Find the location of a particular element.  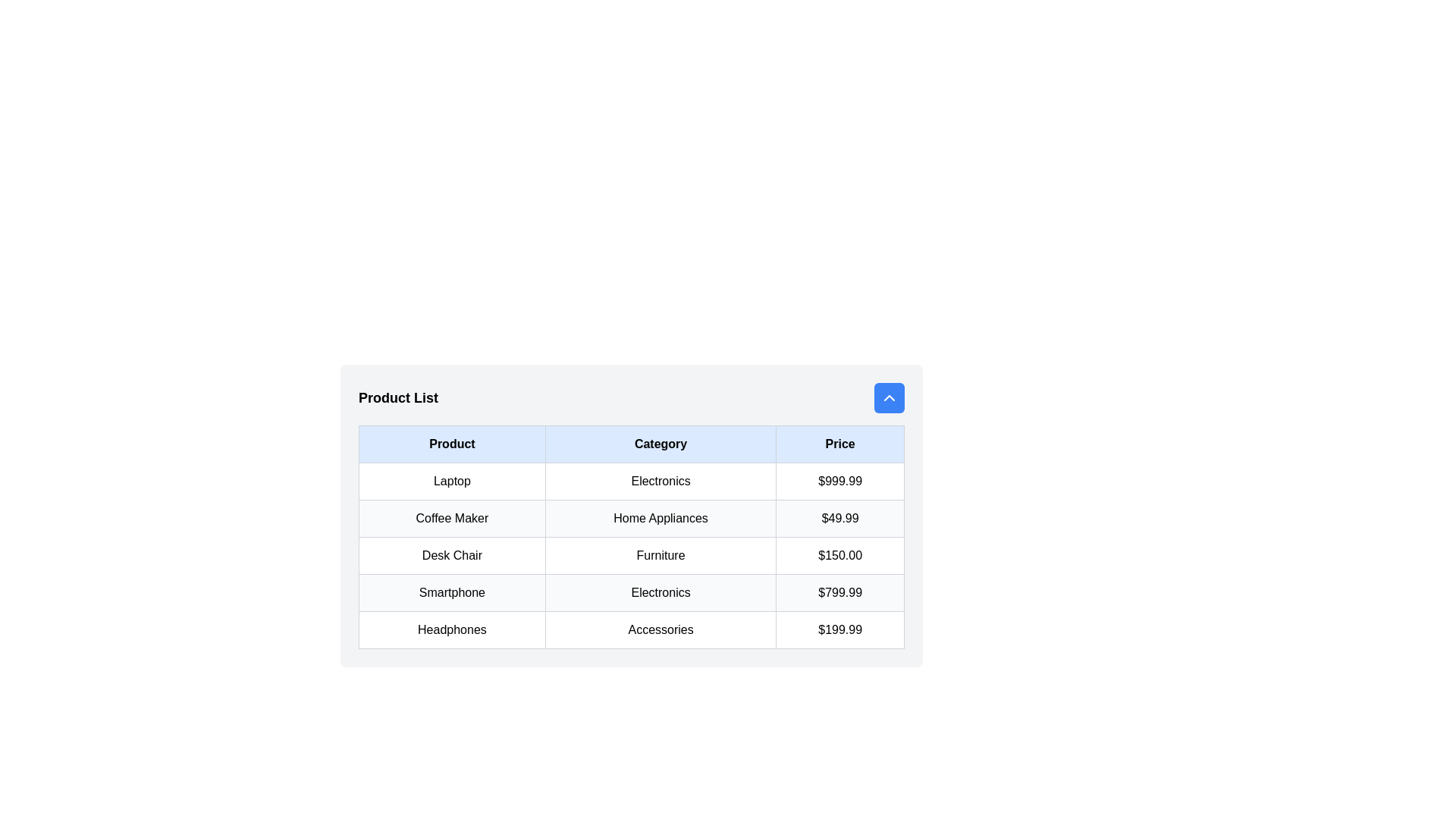

the small triangle-shaped icon with a blue background located in the top-right corner of the table header is located at coordinates (889, 397).